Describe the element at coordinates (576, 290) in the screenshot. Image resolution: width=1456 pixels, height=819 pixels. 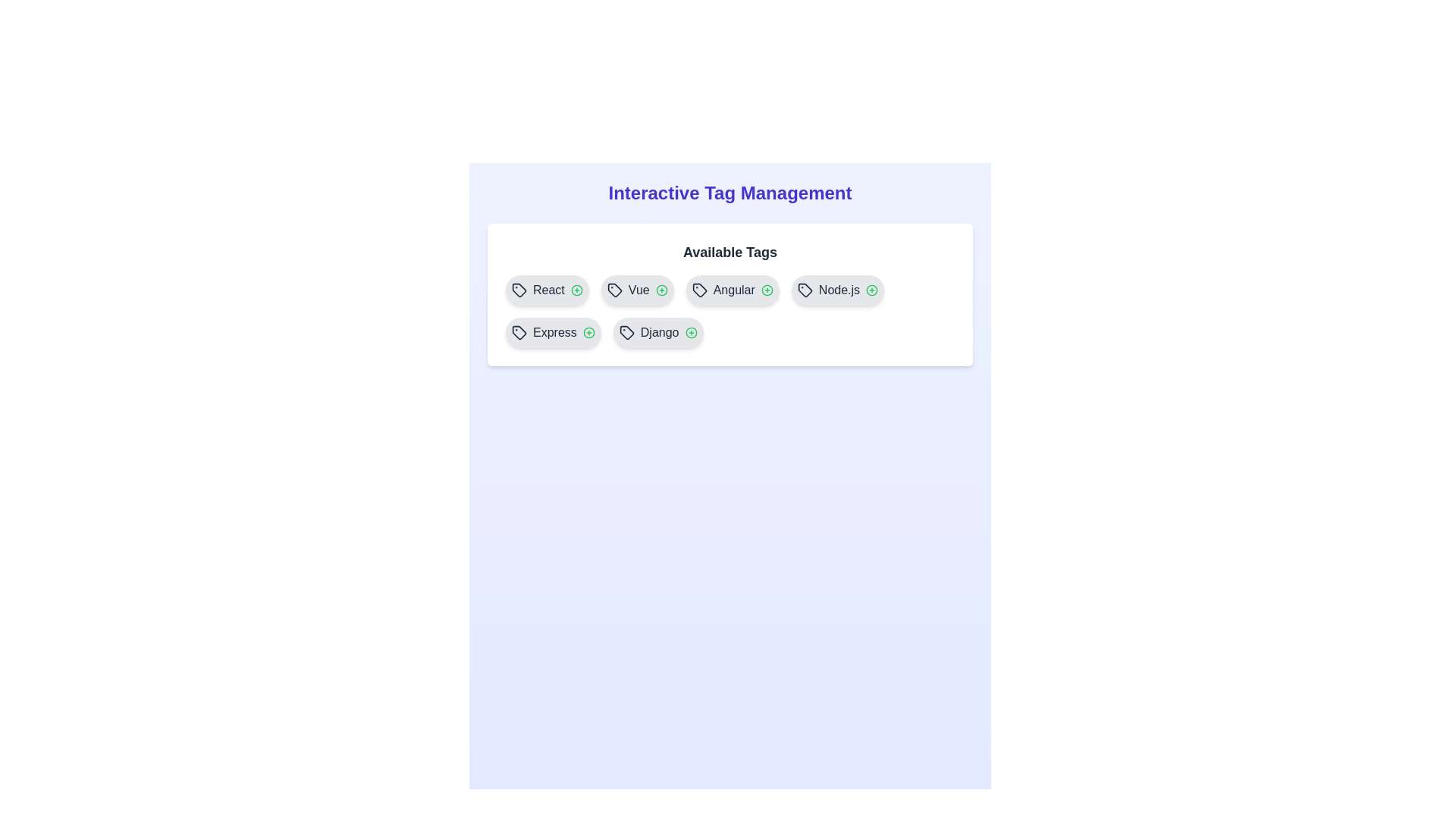
I see `the icon button located adjacent to the 'React' label in the 'Available Tags' section` at that location.